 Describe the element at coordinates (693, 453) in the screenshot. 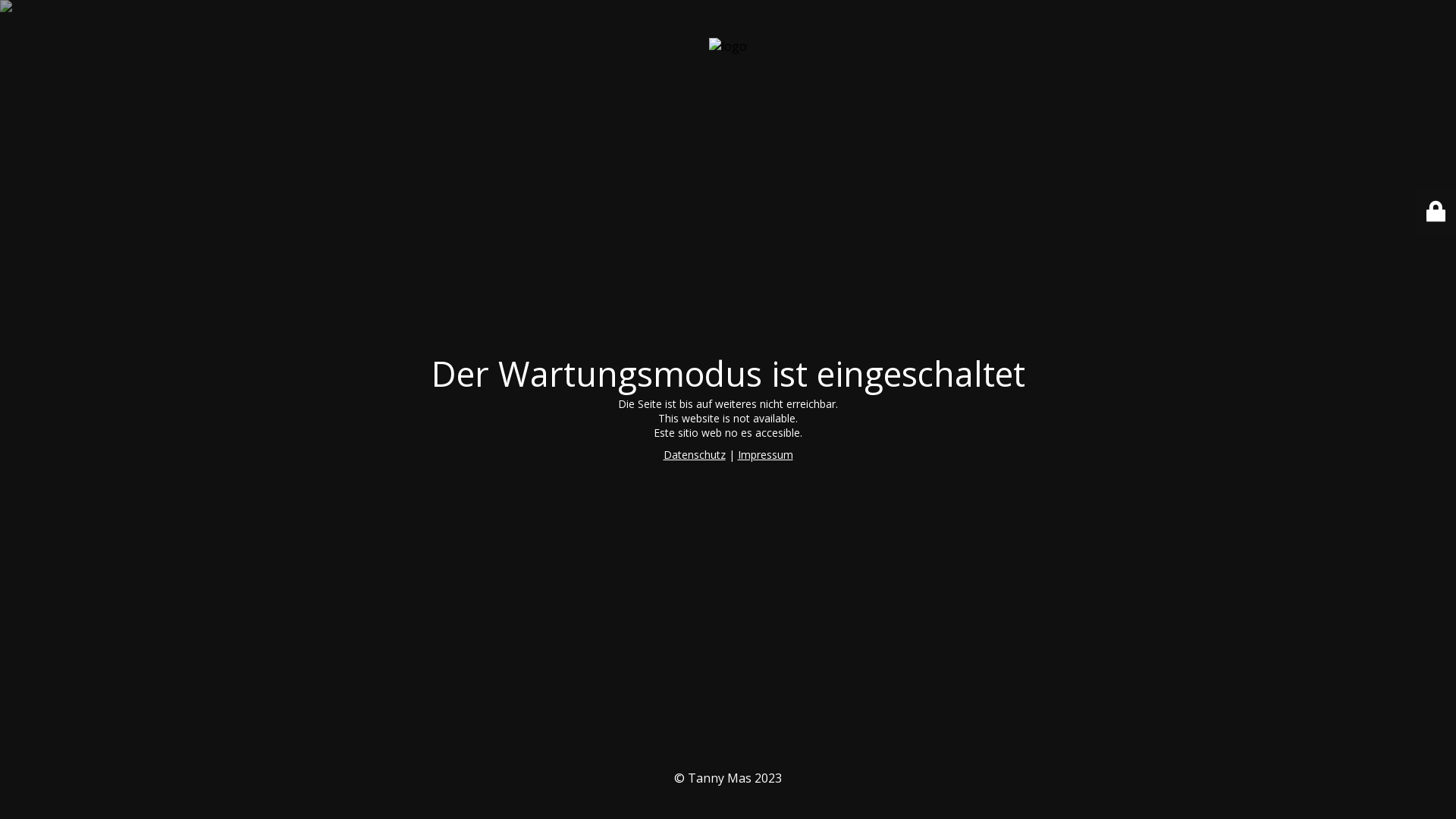

I see `'Datenschutz'` at that location.